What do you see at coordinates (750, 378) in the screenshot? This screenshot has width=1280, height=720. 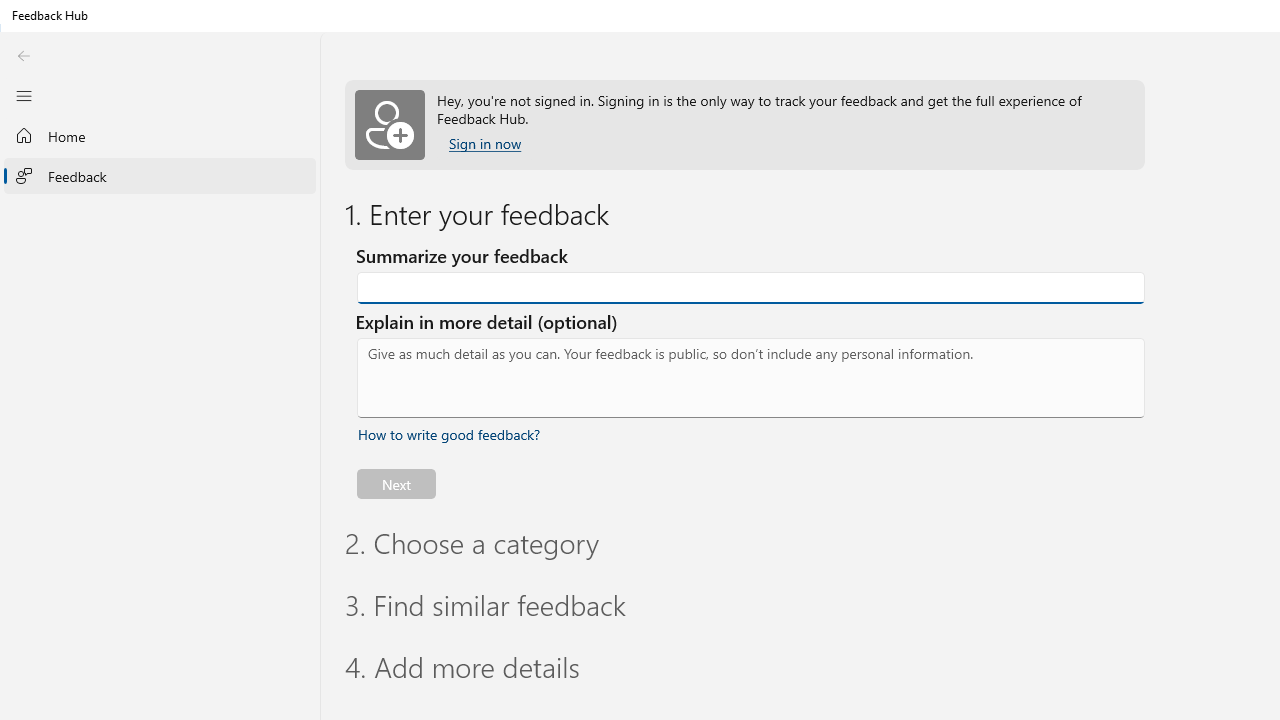 I see `'Explain in more detail (optional)'` at bounding box center [750, 378].